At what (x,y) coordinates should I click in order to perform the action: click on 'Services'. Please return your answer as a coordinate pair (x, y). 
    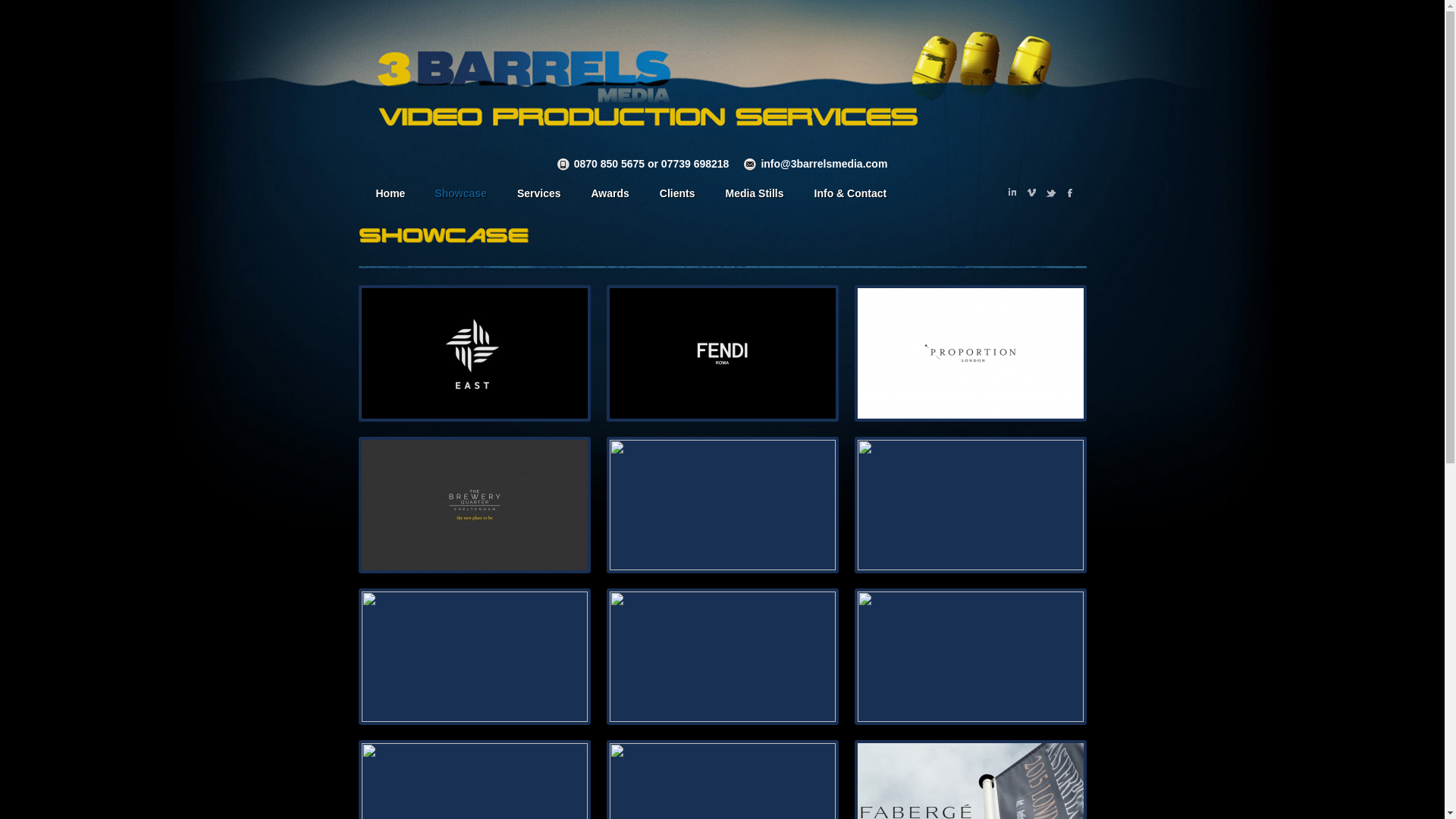
    Looking at the image, I should click on (538, 195).